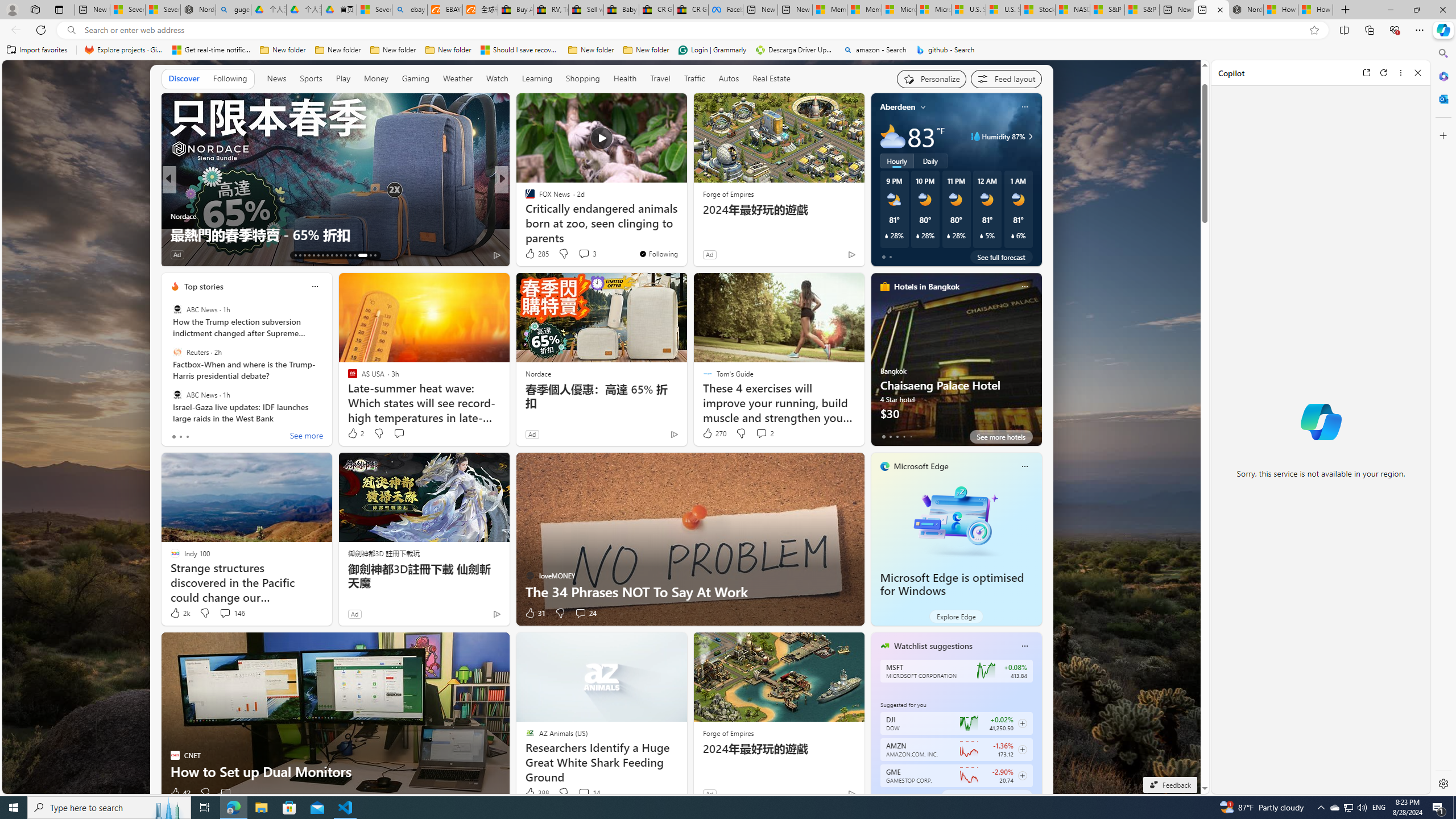 The height and width of the screenshot is (819, 1456). What do you see at coordinates (760, 433) in the screenshot?
I see `'View comments 2 Comment'` at bounding box center [760, 433].